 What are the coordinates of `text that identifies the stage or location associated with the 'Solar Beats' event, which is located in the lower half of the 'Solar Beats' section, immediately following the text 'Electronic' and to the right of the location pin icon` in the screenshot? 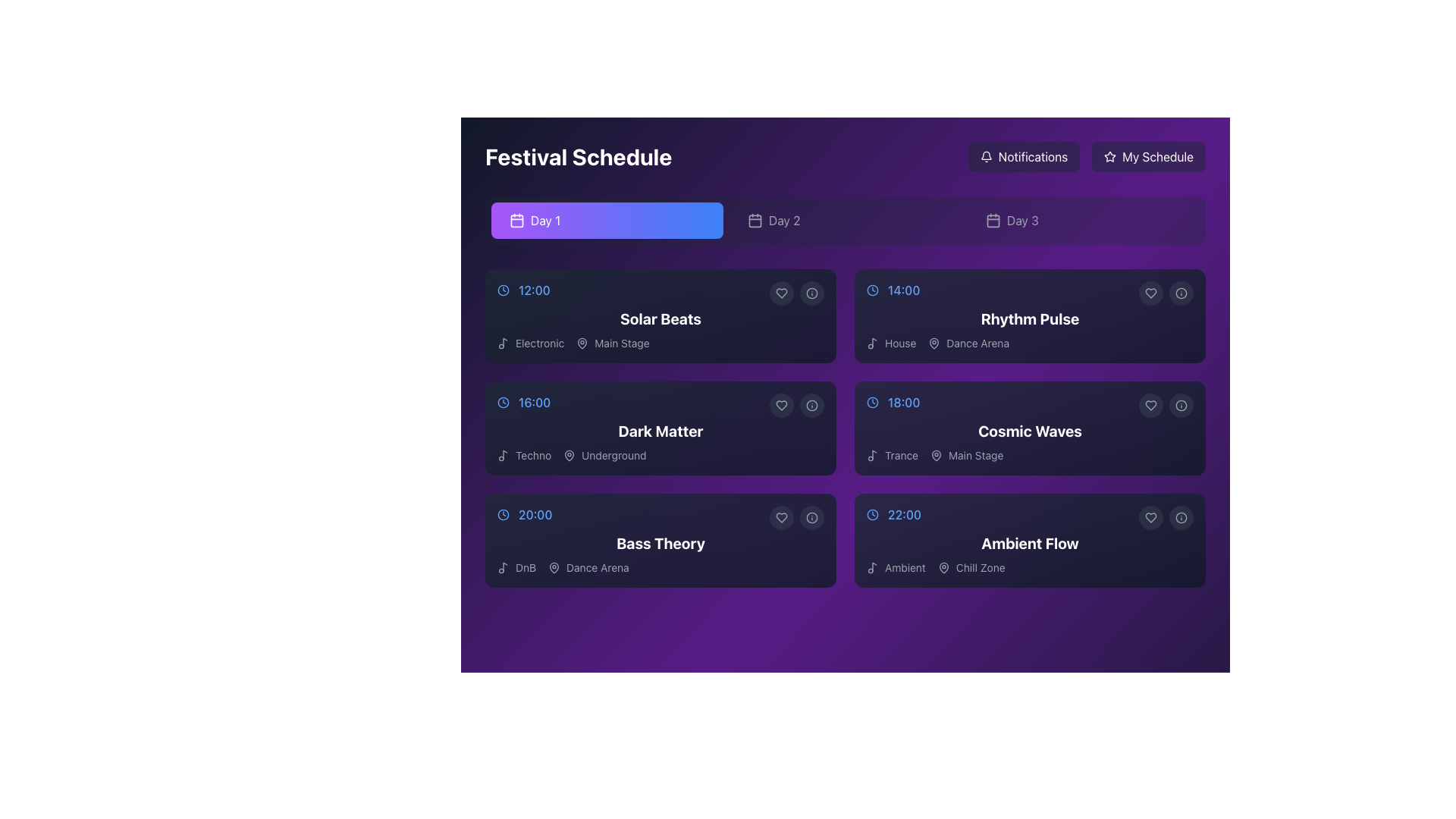 It's located at (613, 343).